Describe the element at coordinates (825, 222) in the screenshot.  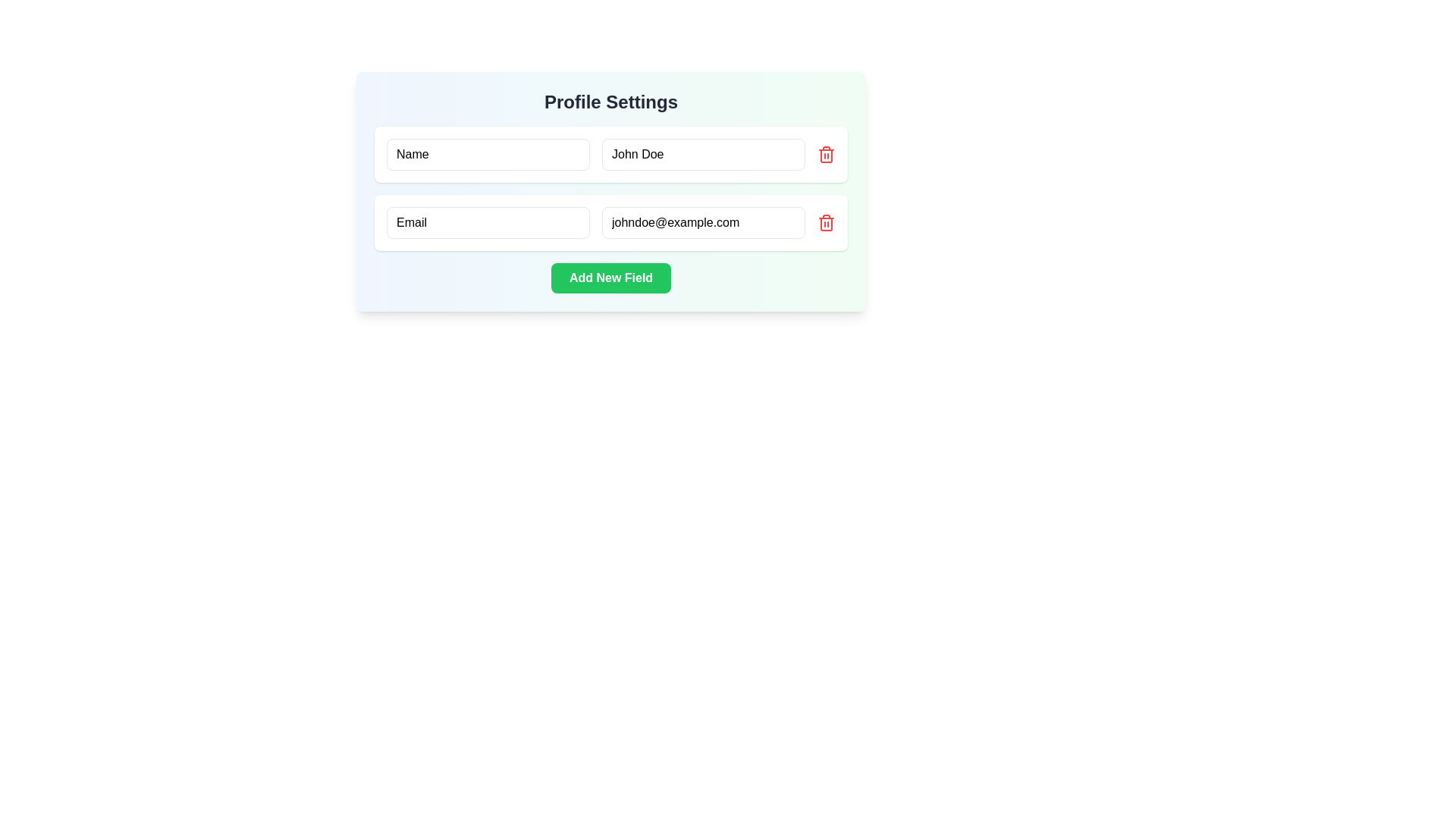
I see `the trash icon button styled as a red bin, located to the right of the email input field containing 'johndoe@example.com'` at that location.